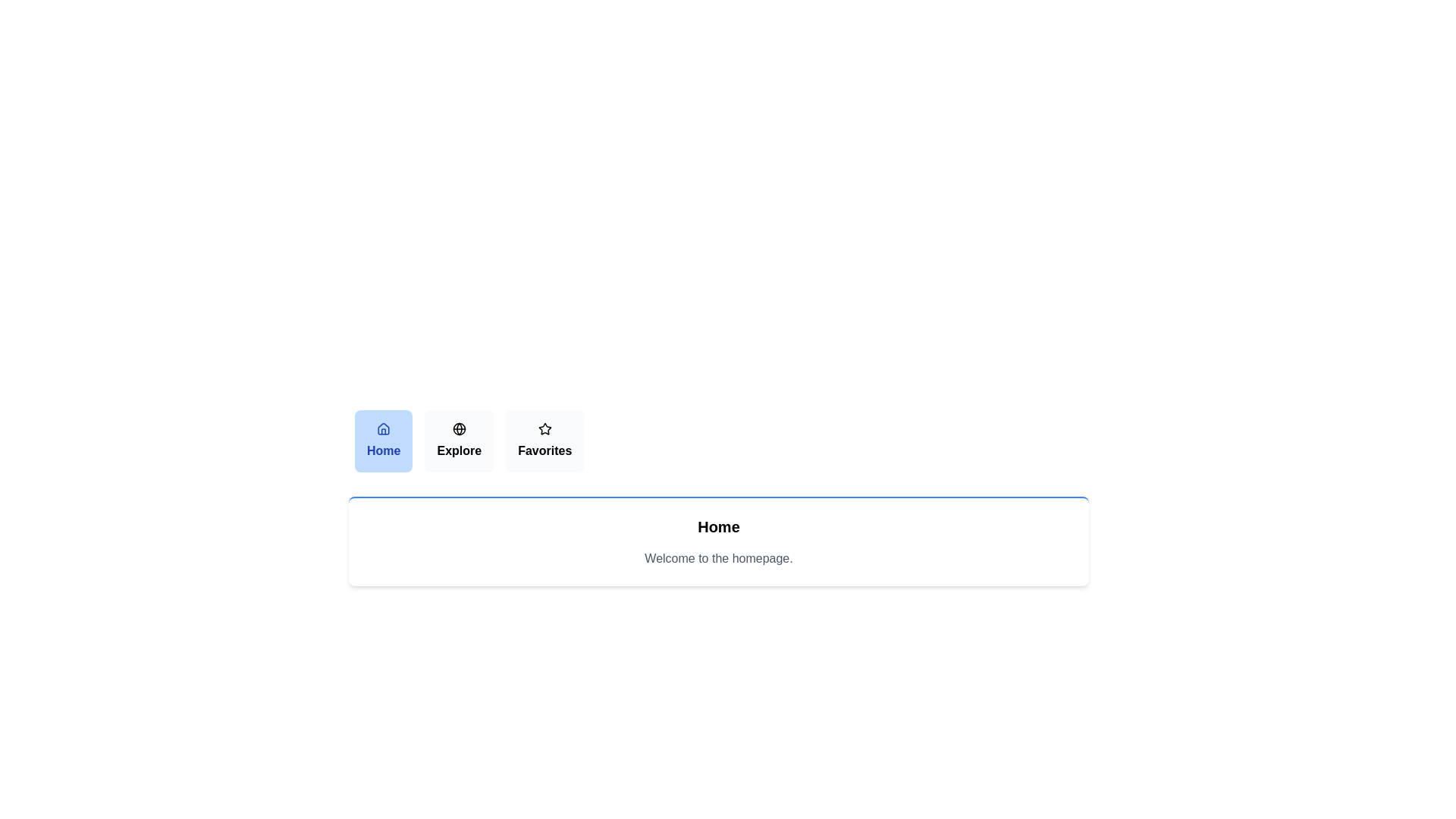 This screenshot has height=819, width=1456. I want to click on the tab labeled Home to observe its visual feedback, so click(383, 441).